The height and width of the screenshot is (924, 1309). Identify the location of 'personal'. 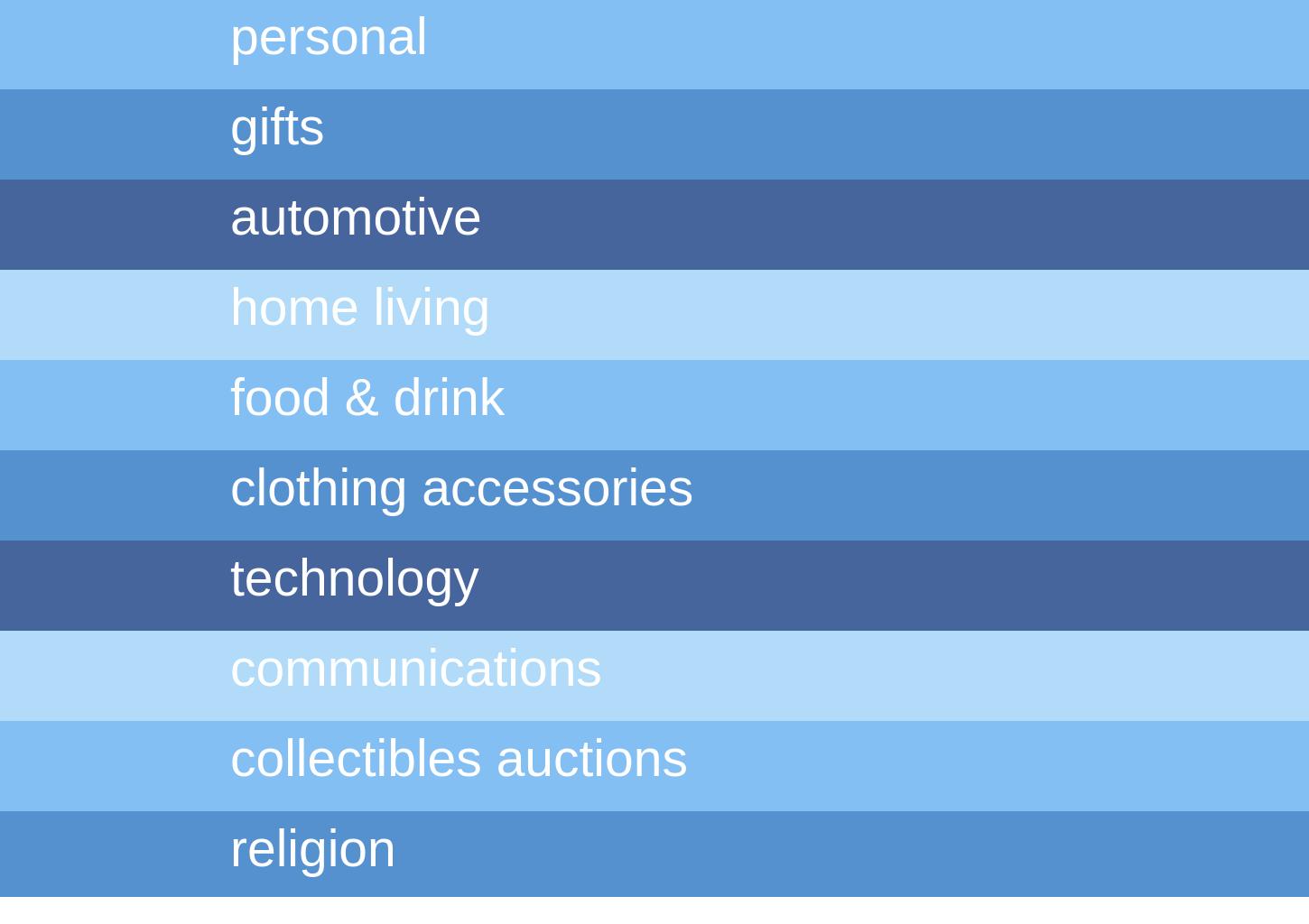
(327, 36).